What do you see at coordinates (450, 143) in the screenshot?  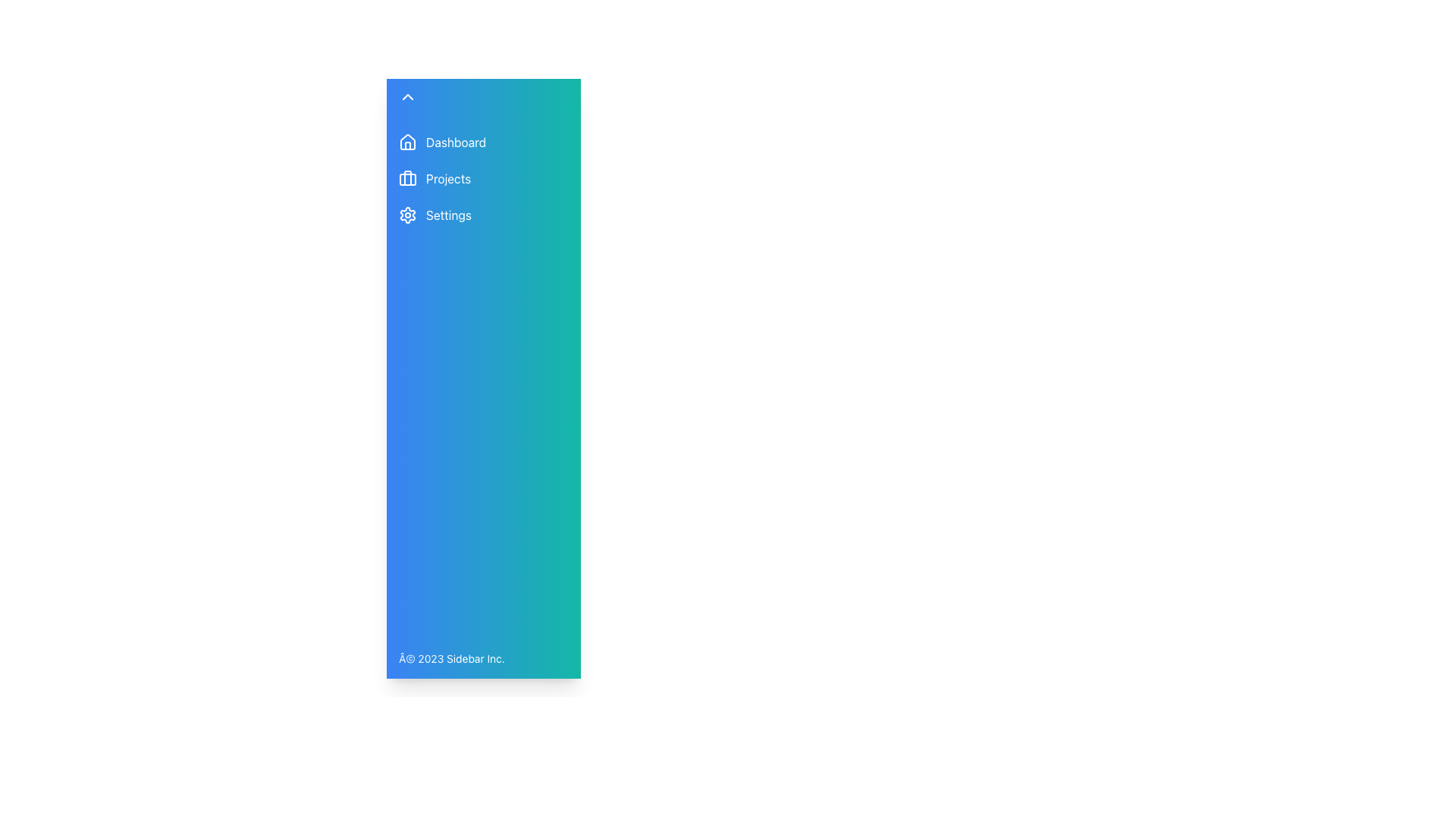 I see `the 'Dashboard' navigation link, which features a minimalistic house icon and white text on a gradient blue background, located at the top of the vertical navigation bar` at bounding box center [450, 143].